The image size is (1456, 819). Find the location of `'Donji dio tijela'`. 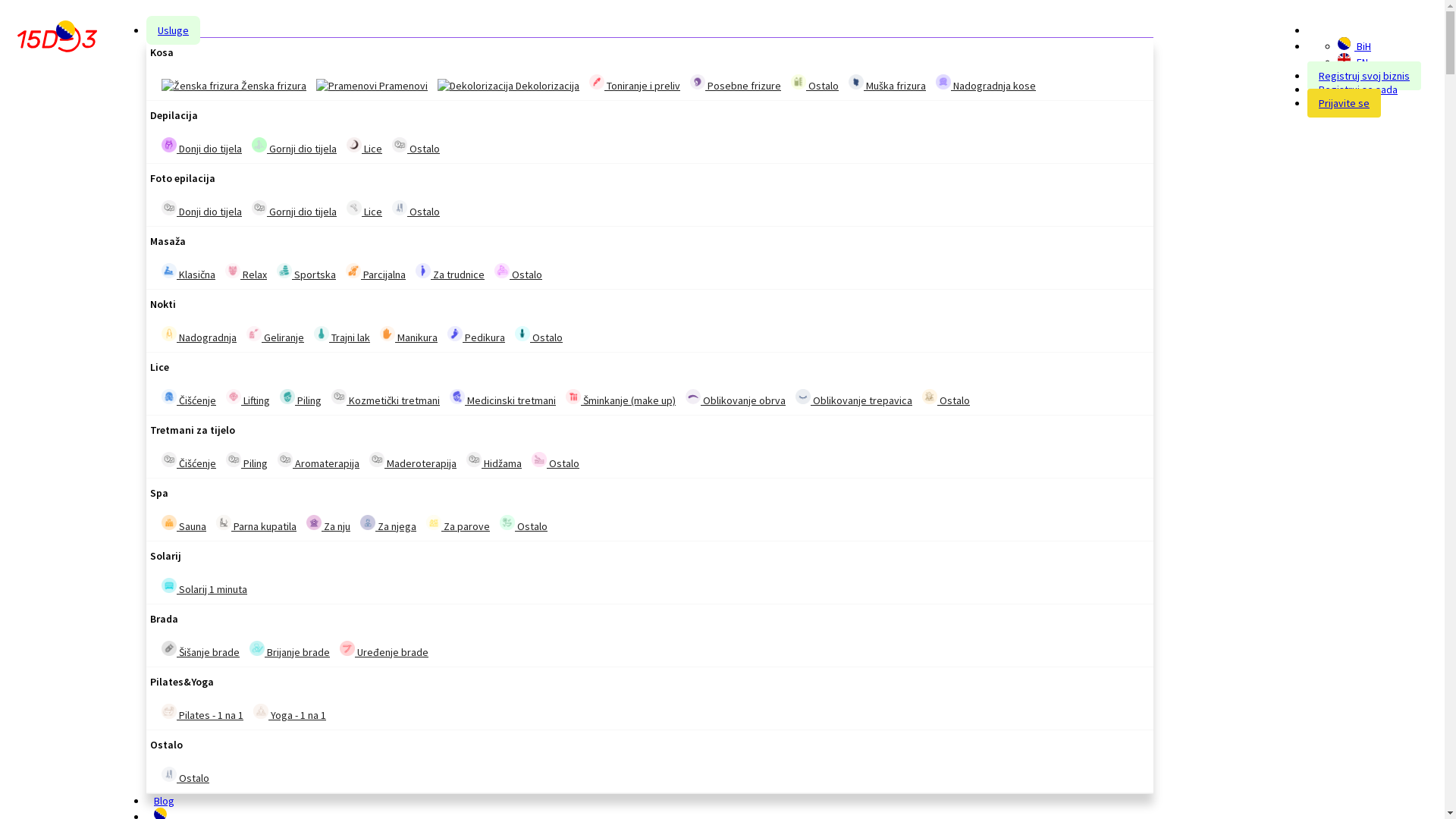

'Donji dio tijela' is located at coordinates (157, 146).